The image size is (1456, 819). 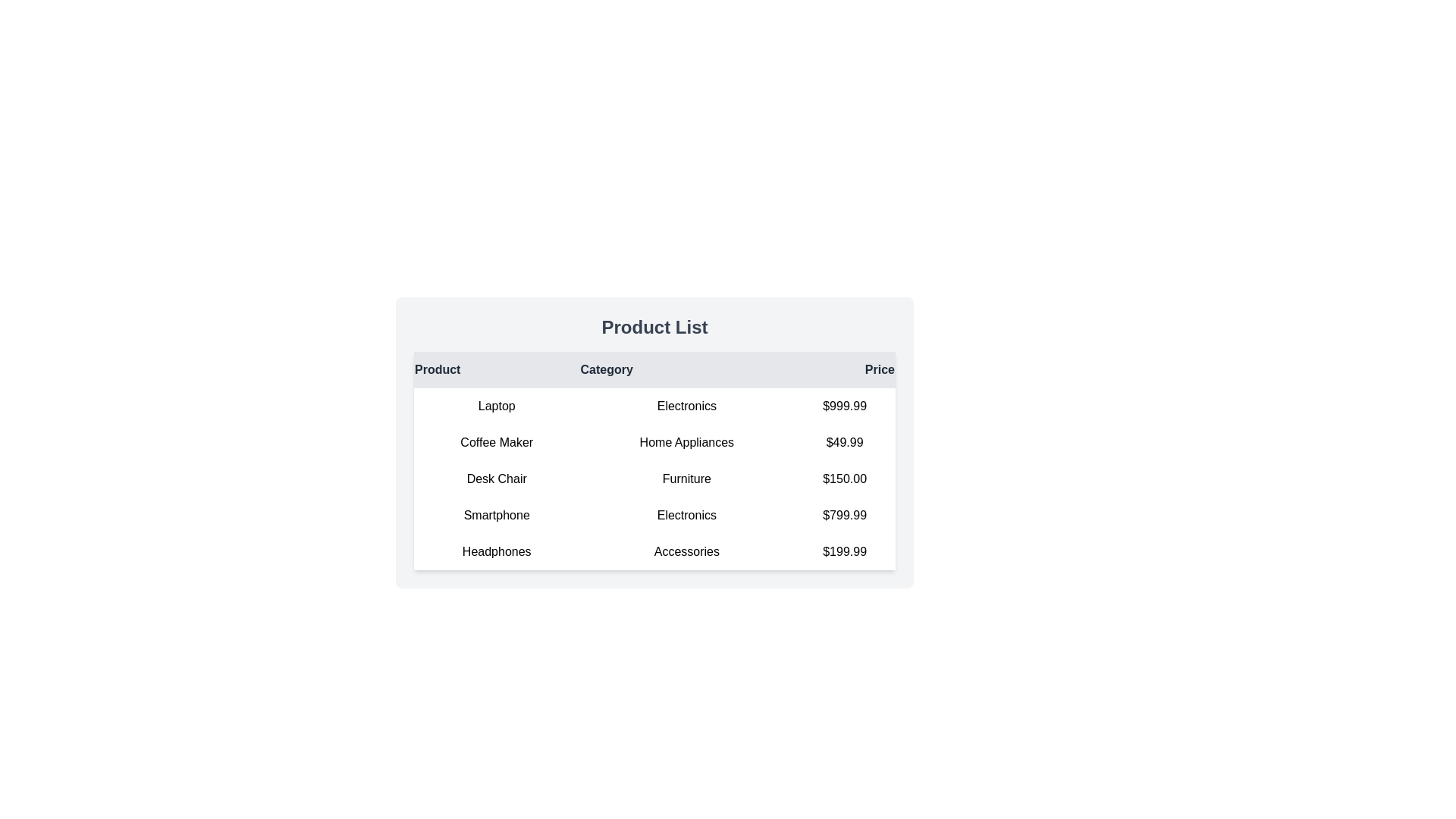 I want to click on the static price value text for the product 'Laptop', which is located in the third column of the table row, aligned with the 'Laptop' and 'Electronics' cells, so click(x=844, y=406).